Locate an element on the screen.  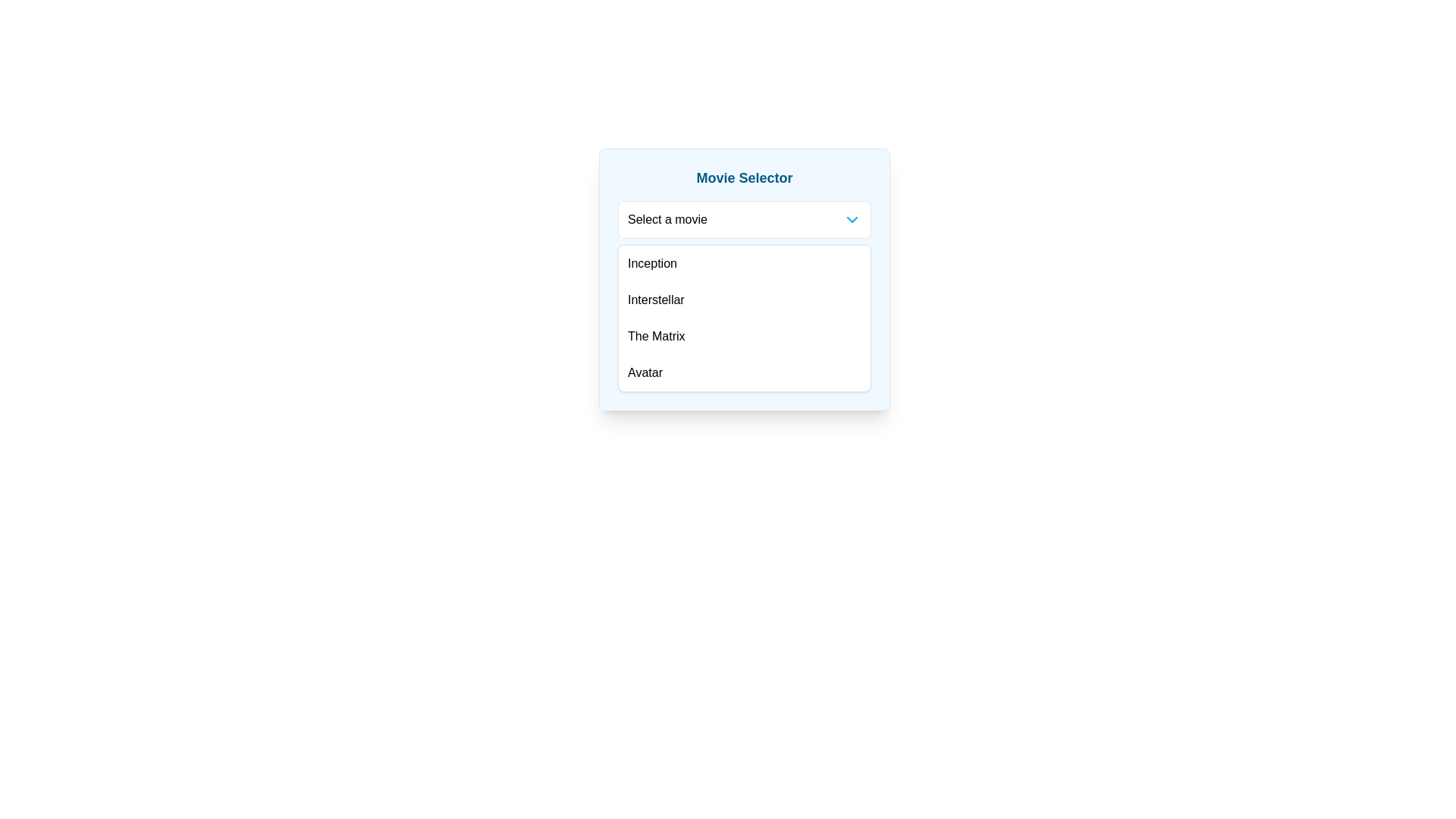
the selectable option labeled 'Avatar' in the dropdown menu is located at coordinates (645, 373).